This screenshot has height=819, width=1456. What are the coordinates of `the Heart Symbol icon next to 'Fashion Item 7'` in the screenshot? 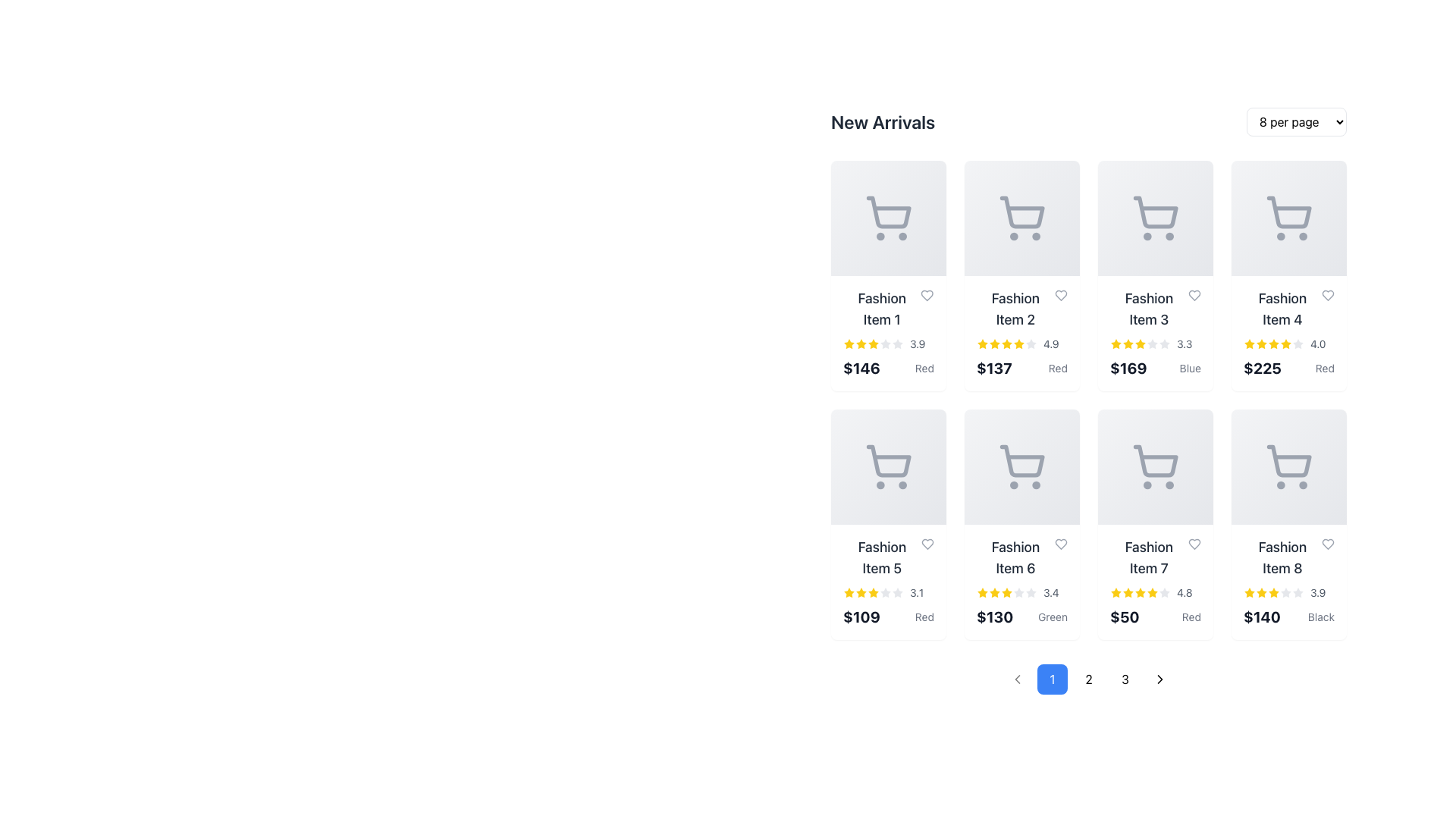 It's located at (1194, 543).